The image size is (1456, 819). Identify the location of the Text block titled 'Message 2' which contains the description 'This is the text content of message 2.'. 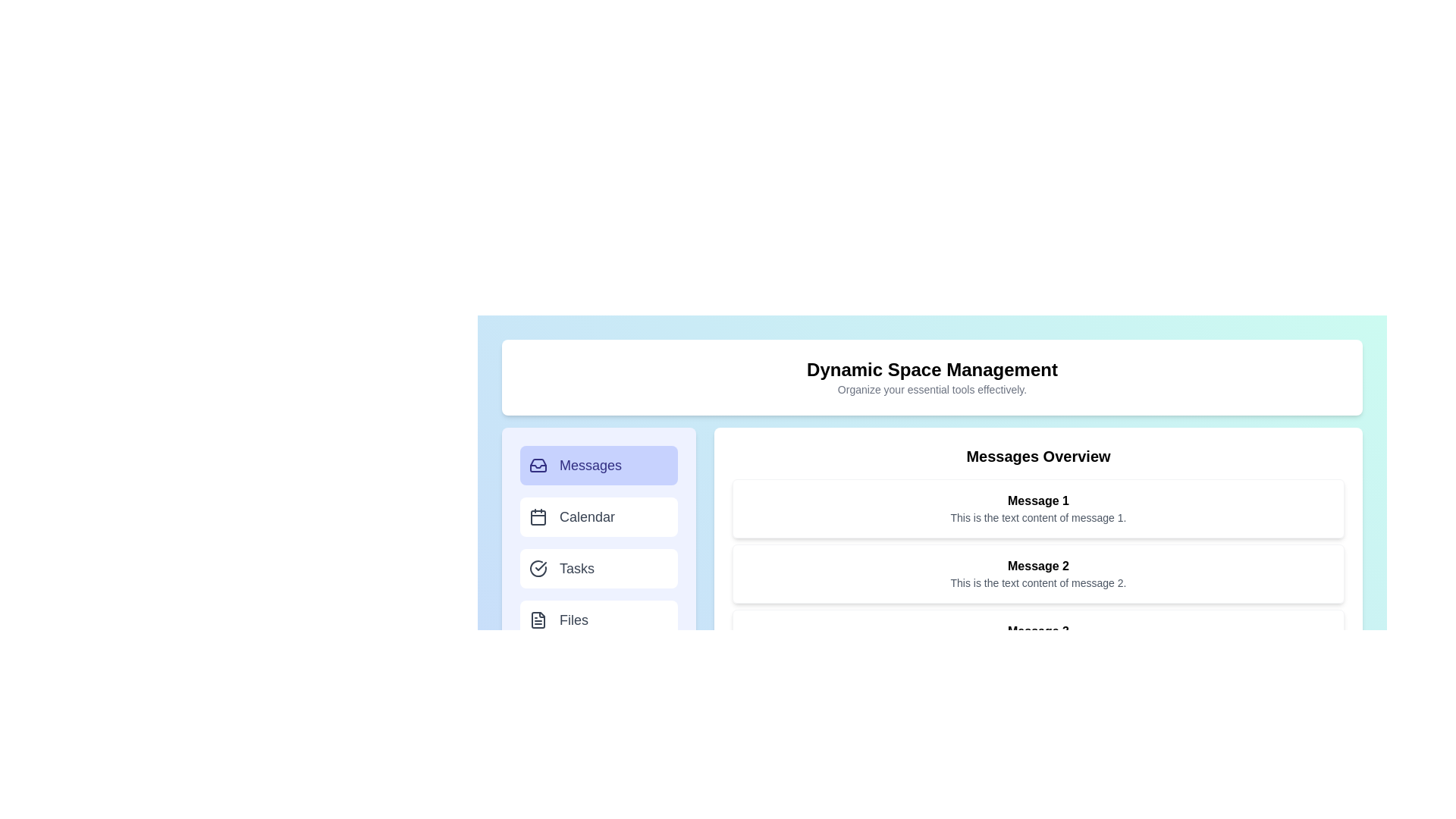
(1037, 573).